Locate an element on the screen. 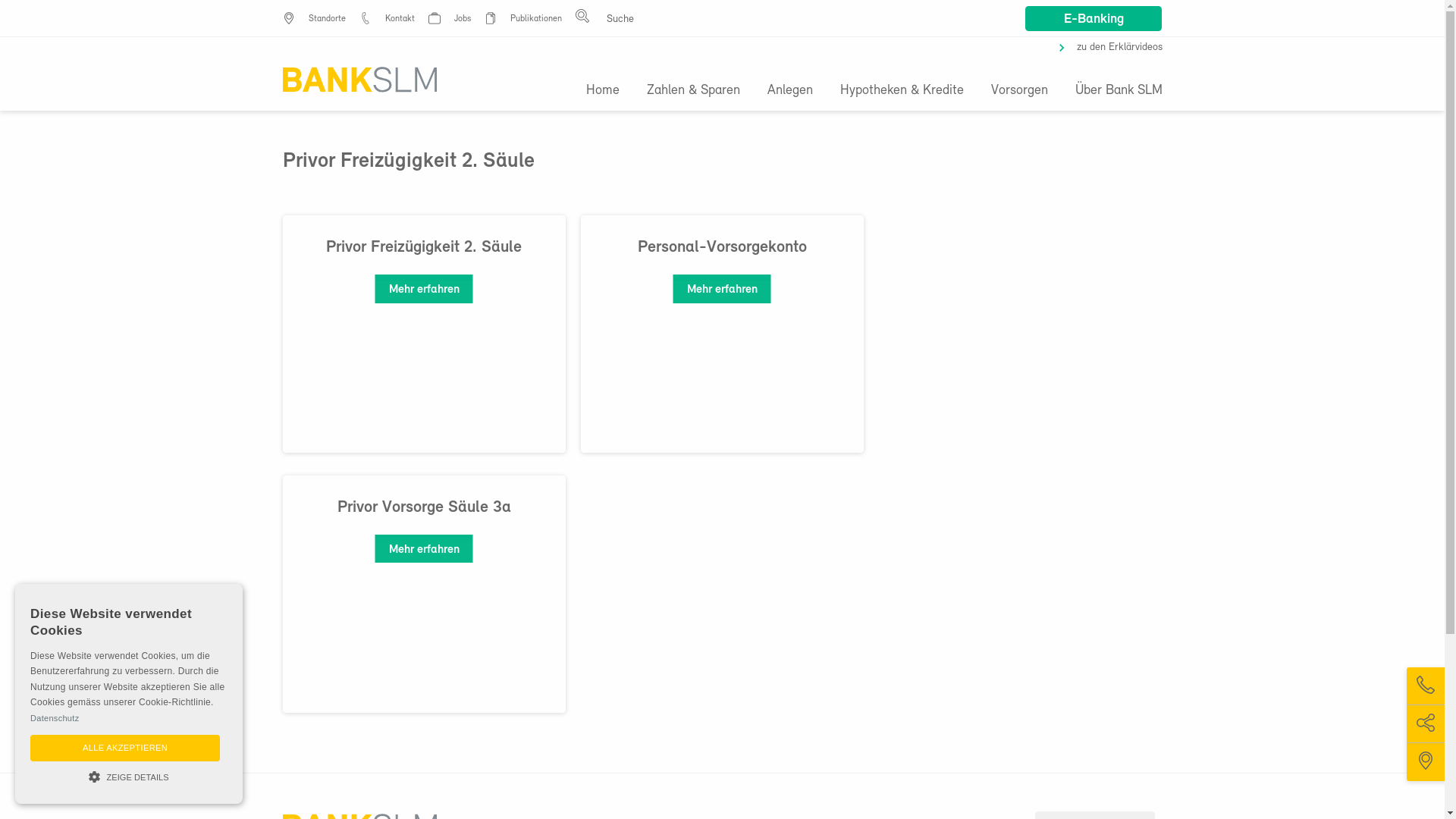 This screenshot has height=819, width=1456. 'Kontakt' is located at coordinates (385, 18).